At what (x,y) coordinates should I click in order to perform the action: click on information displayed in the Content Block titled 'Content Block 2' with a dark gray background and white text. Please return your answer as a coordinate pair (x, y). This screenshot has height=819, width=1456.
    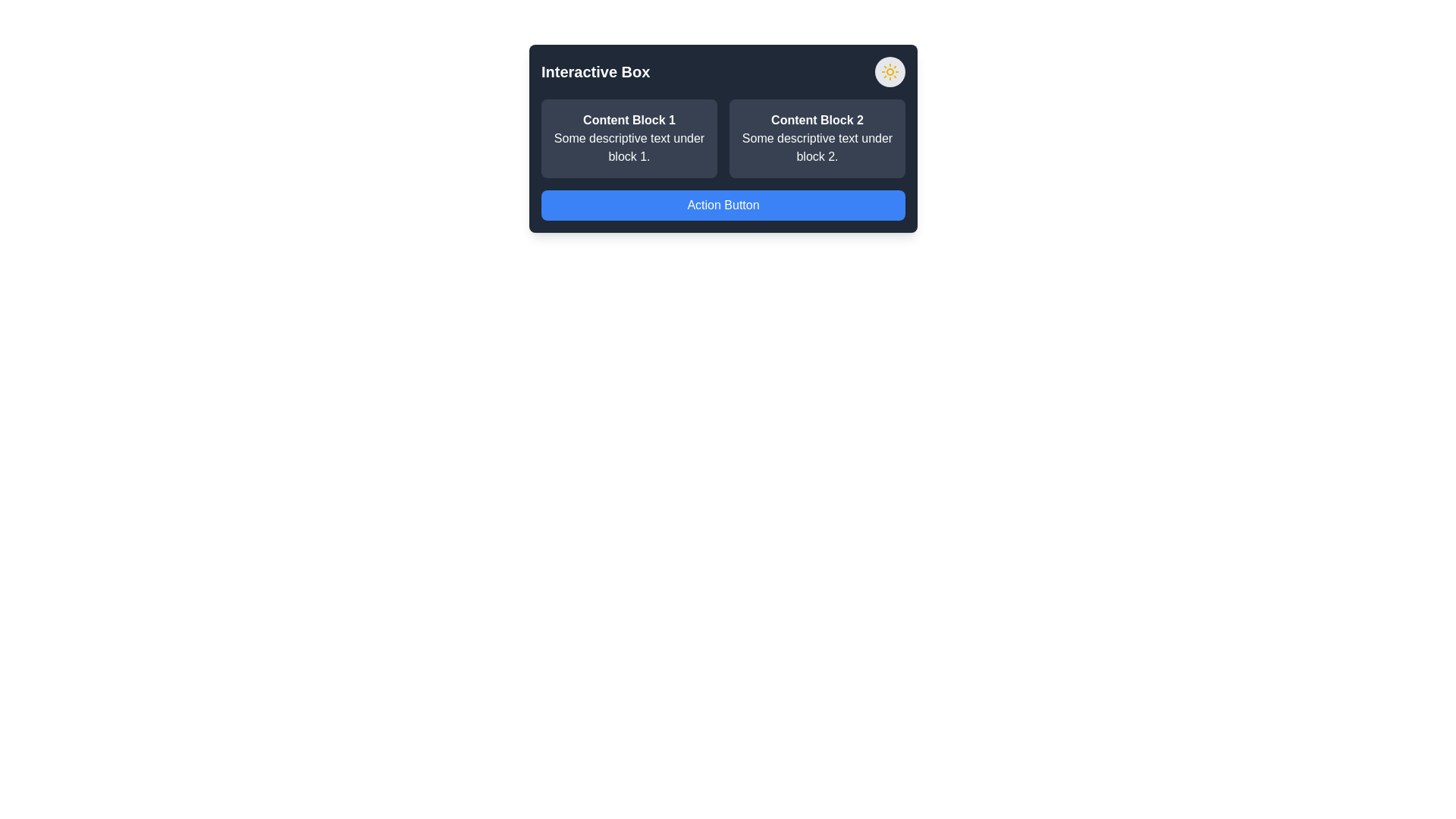
    Looking at the image, I should click on (817, 138).